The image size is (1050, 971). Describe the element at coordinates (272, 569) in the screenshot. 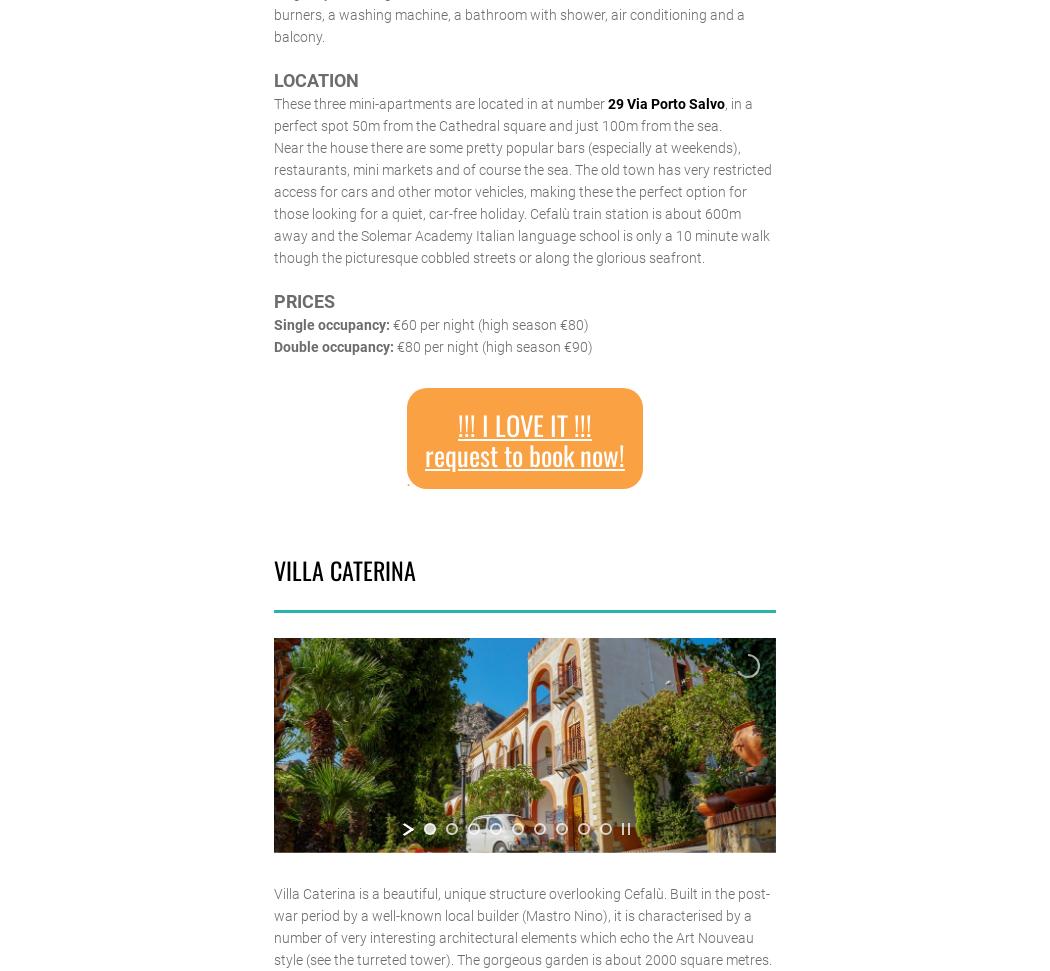

I see `'VILLA CATERINA'` at that location.